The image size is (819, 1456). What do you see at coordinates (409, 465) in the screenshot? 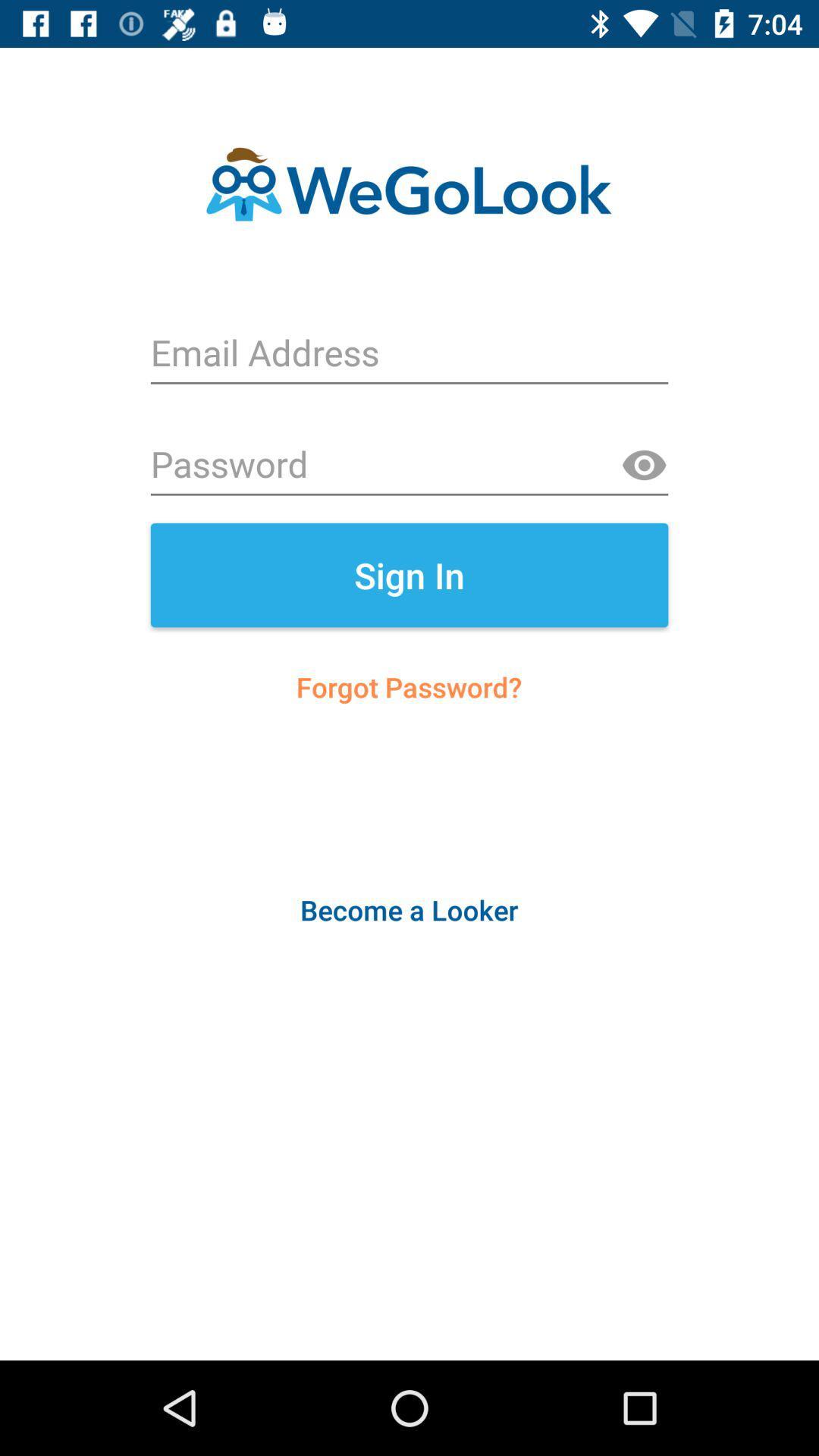
I see `input your password` at bounding box center [409, 465].